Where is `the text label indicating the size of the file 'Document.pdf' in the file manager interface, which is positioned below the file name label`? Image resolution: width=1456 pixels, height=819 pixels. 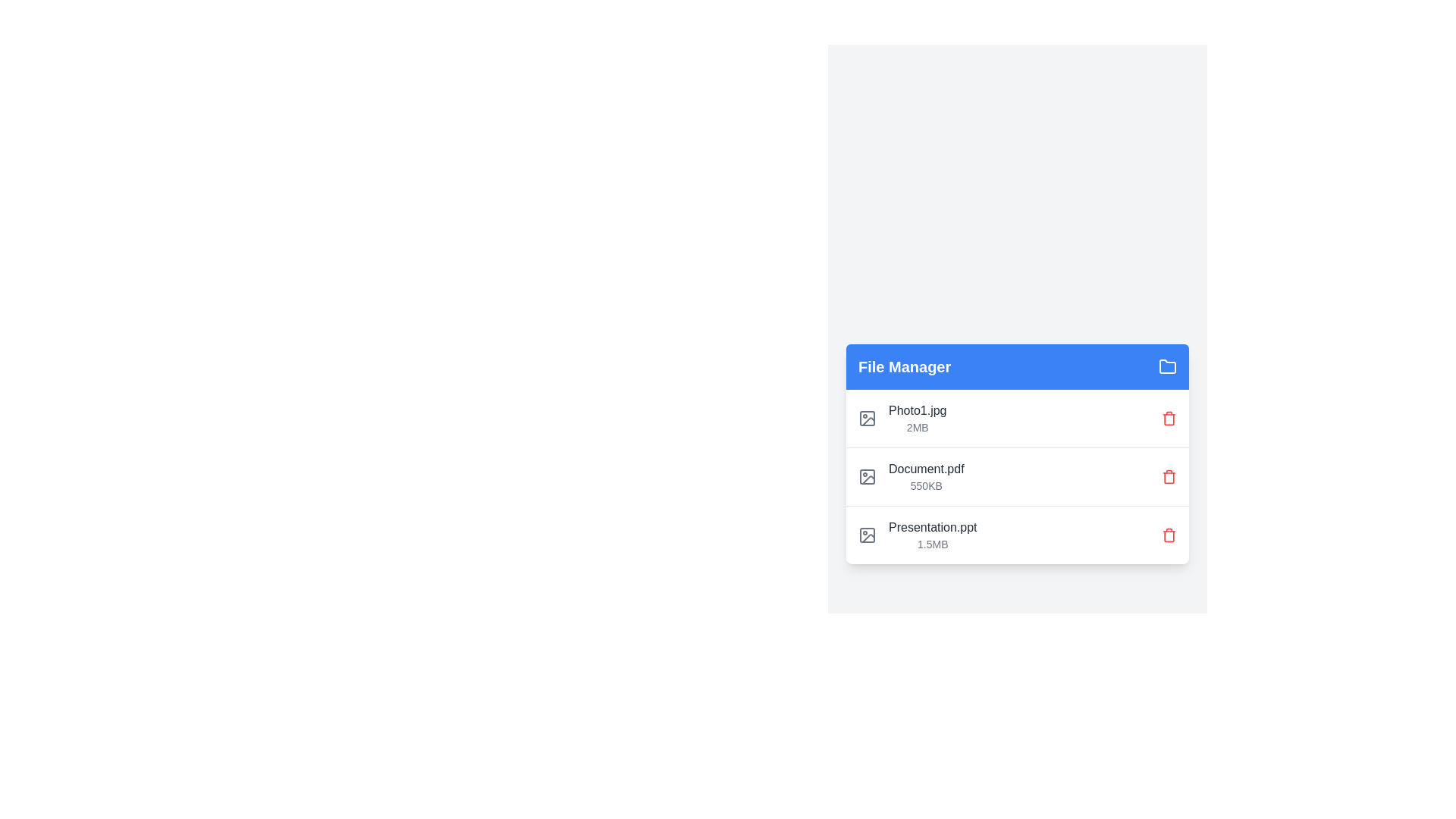
the text label indicating the size of the file 'Document.pdf' in the file manager interface, which is positioned below the file name label is located at coordinates (925, 485).